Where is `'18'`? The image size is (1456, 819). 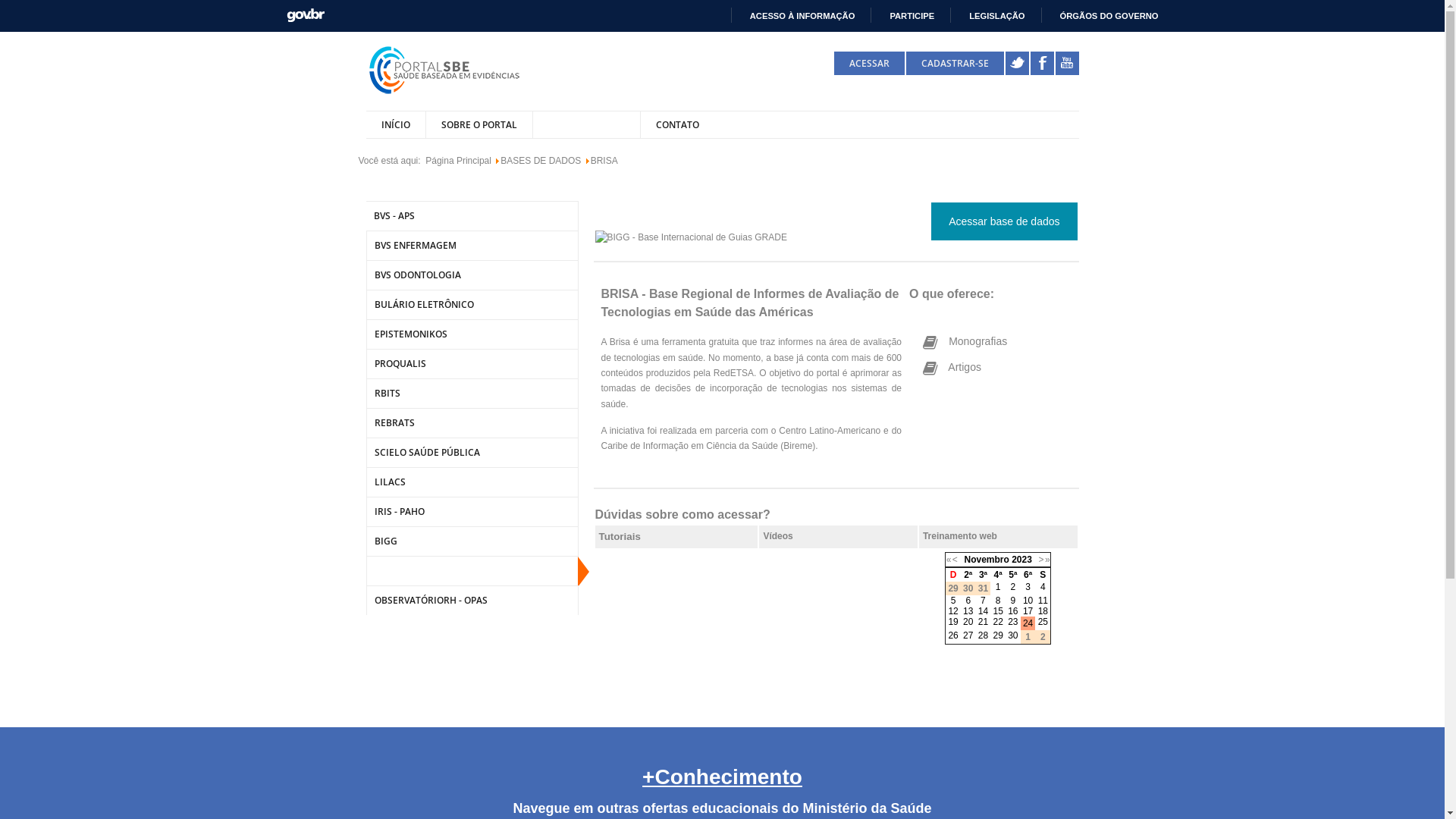 '18' is located at coordinates (1042, 610).